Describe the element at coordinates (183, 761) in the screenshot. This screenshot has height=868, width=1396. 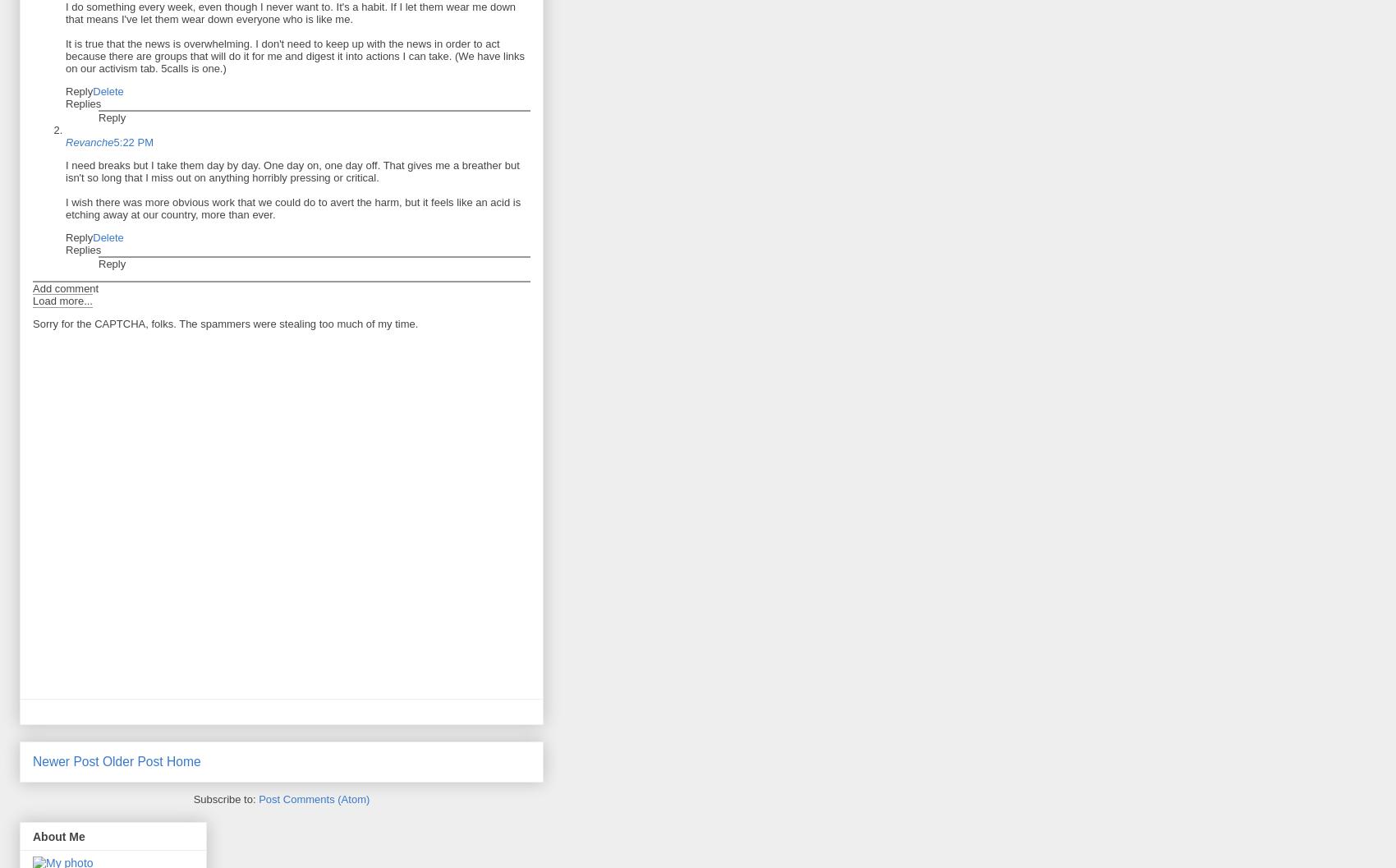
I see `'Home'` at that location.